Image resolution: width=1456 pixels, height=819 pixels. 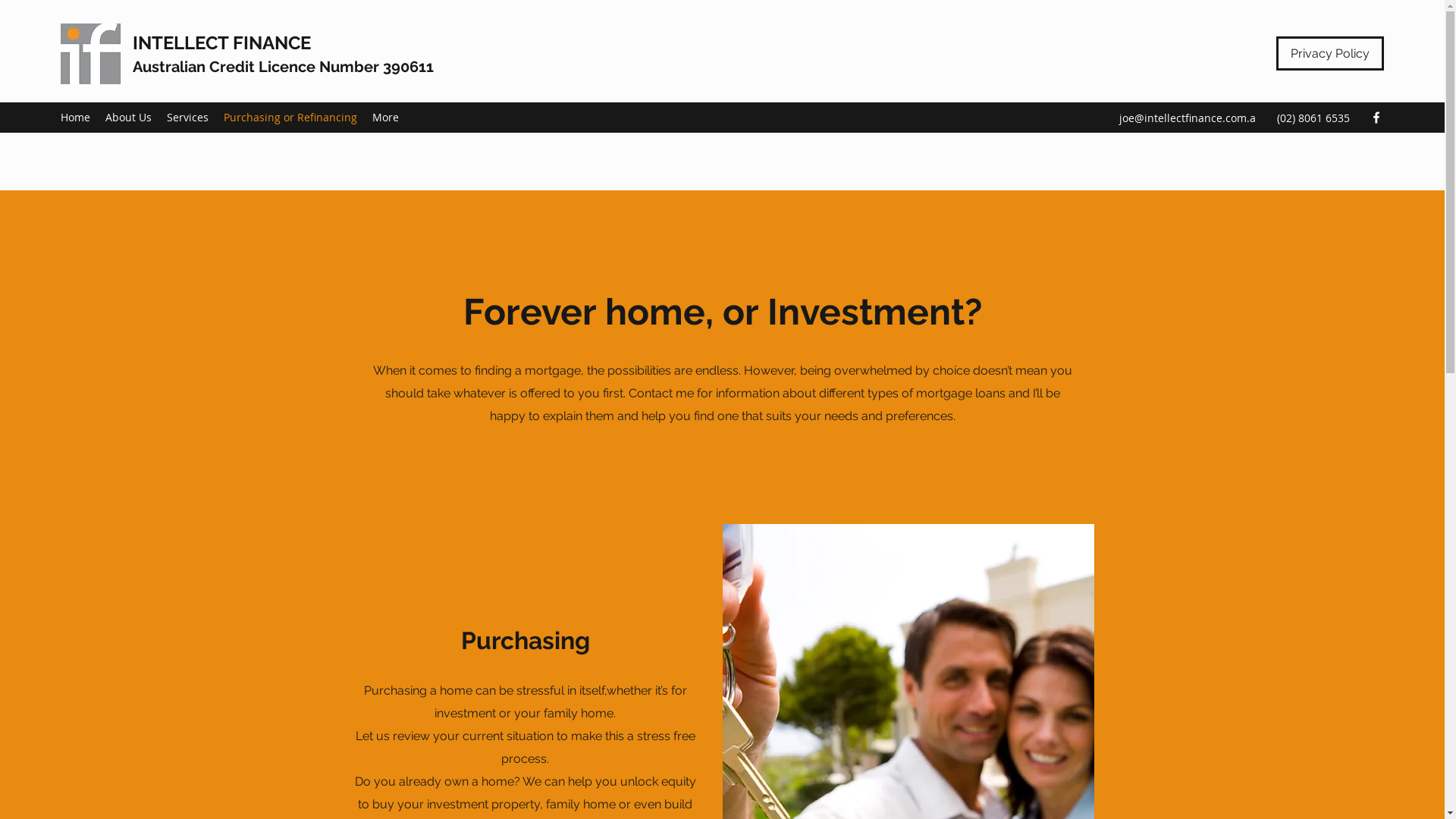 What do you see at coordinates (128, 116) in the screenshot?
I see `'About Us'` at bounding box center [128, 116].